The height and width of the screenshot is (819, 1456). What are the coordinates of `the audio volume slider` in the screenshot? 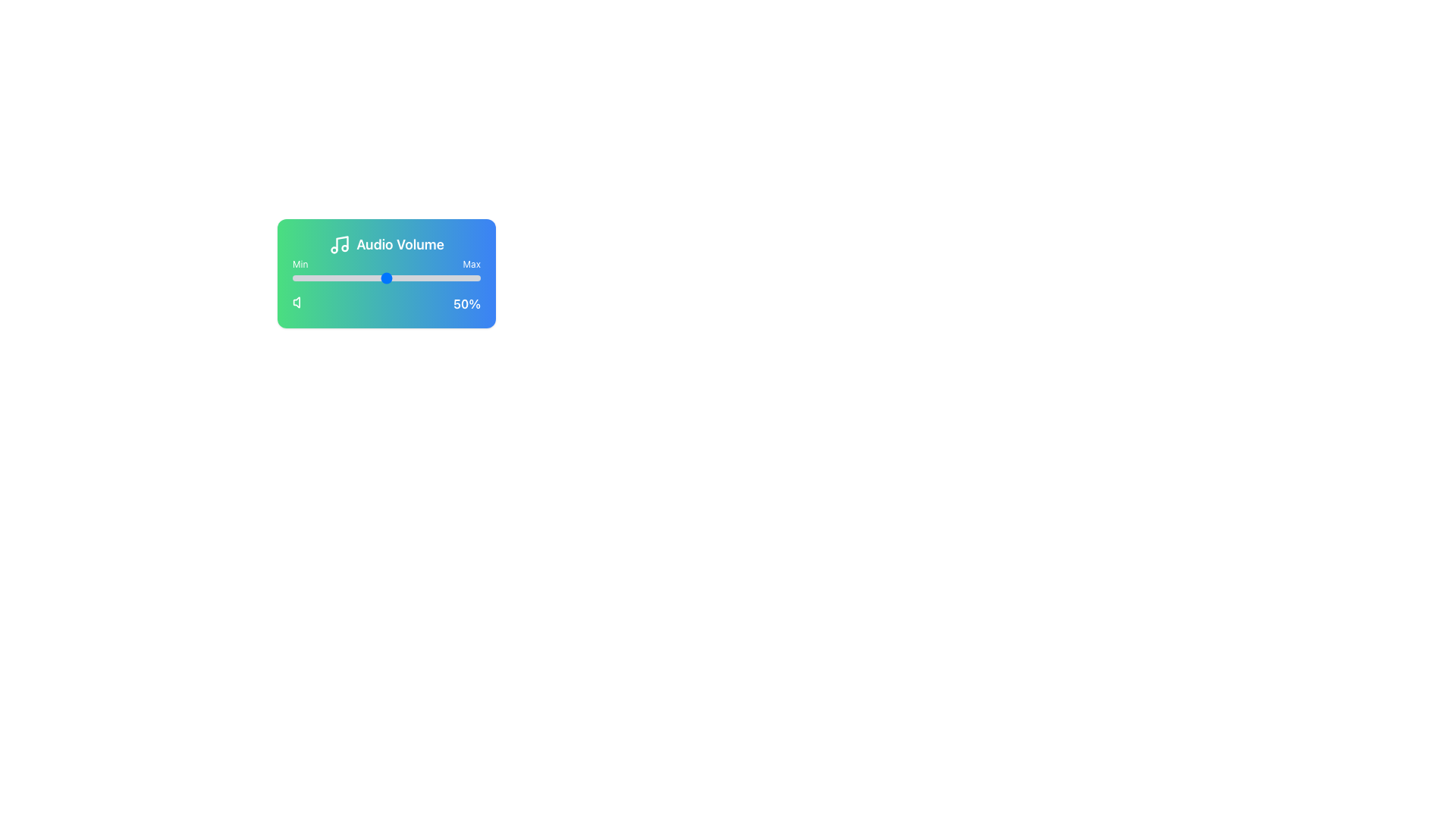 It's located at (457, 278).